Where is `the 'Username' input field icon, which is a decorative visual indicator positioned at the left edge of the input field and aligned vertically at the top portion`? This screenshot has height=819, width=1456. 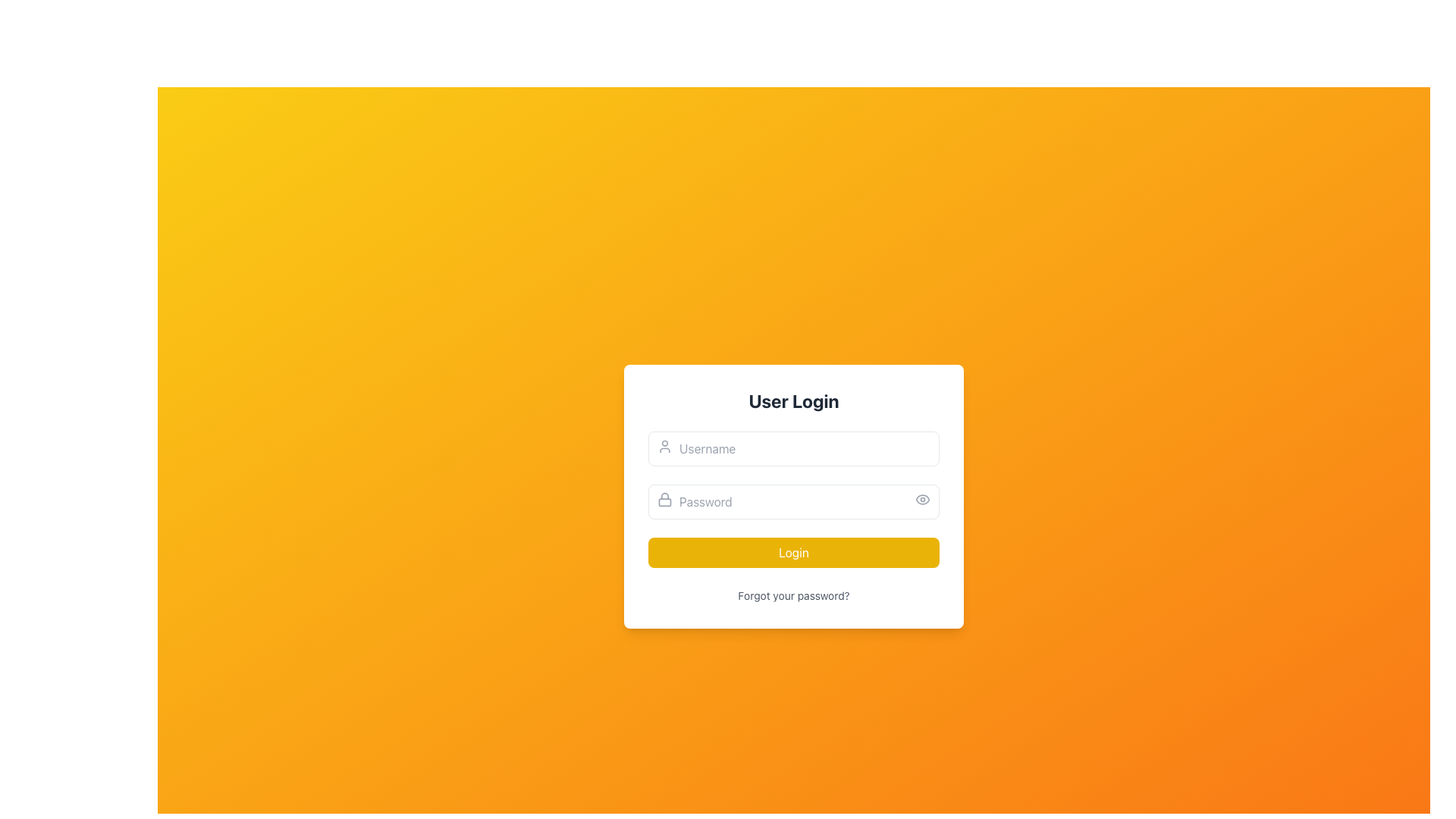 the 'Username' input field icon, which is a decorative visual indicator positioned at the left edge of the input field and aligned vertically at the top portion is located at coordinates (665, 446).